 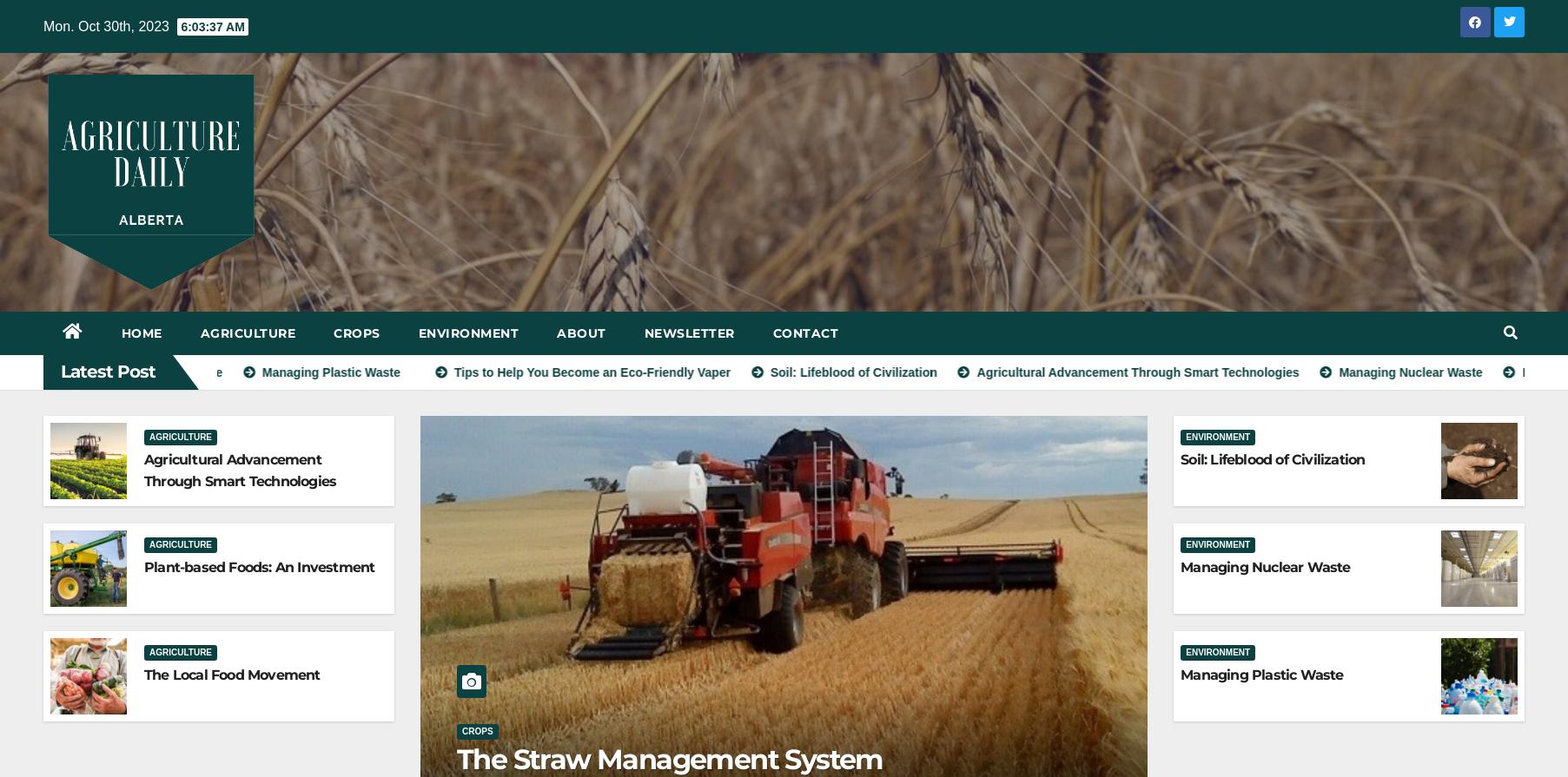 I want to click on 'Contact', so click(x=805, y=332).